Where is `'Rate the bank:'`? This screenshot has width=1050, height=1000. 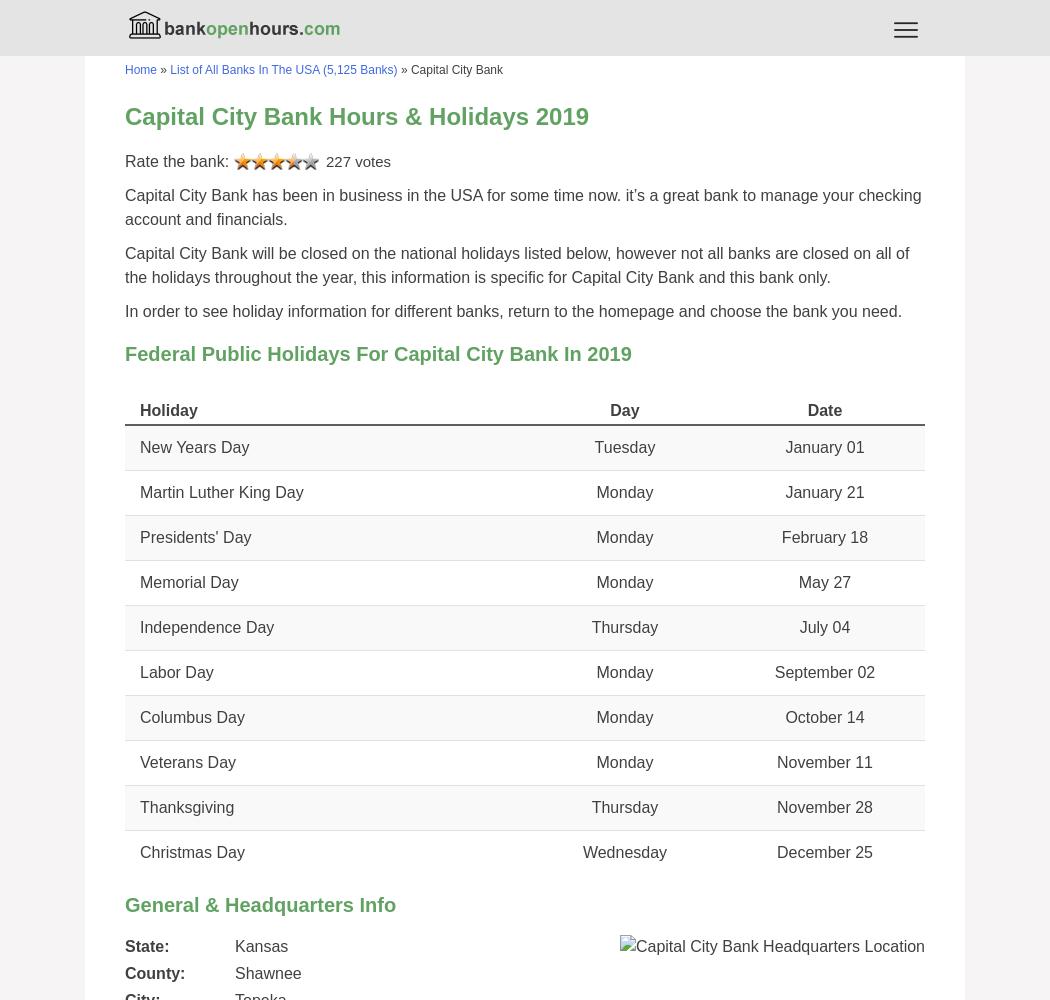 'Rate the bank:' is located at coordinates (179, 161).